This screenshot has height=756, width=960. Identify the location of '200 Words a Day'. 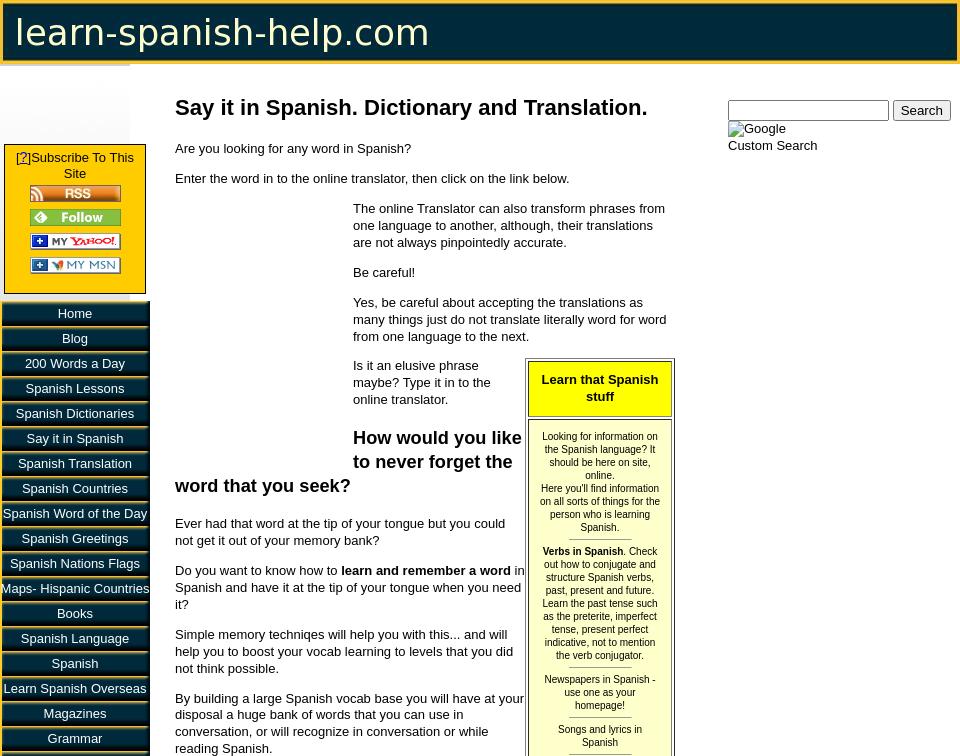
(74, 362).